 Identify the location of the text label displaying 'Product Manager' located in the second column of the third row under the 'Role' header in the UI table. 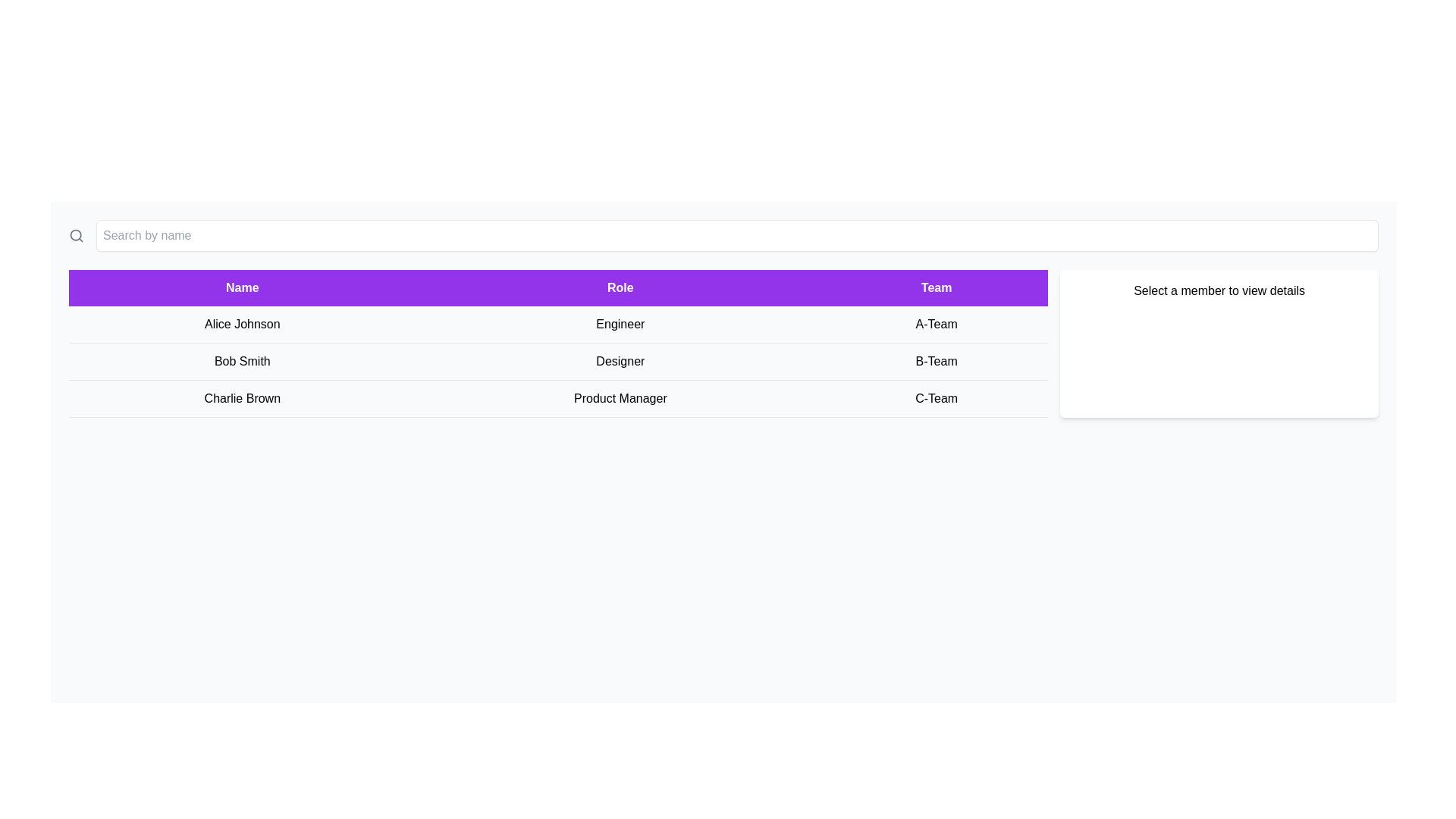
(620, 397).